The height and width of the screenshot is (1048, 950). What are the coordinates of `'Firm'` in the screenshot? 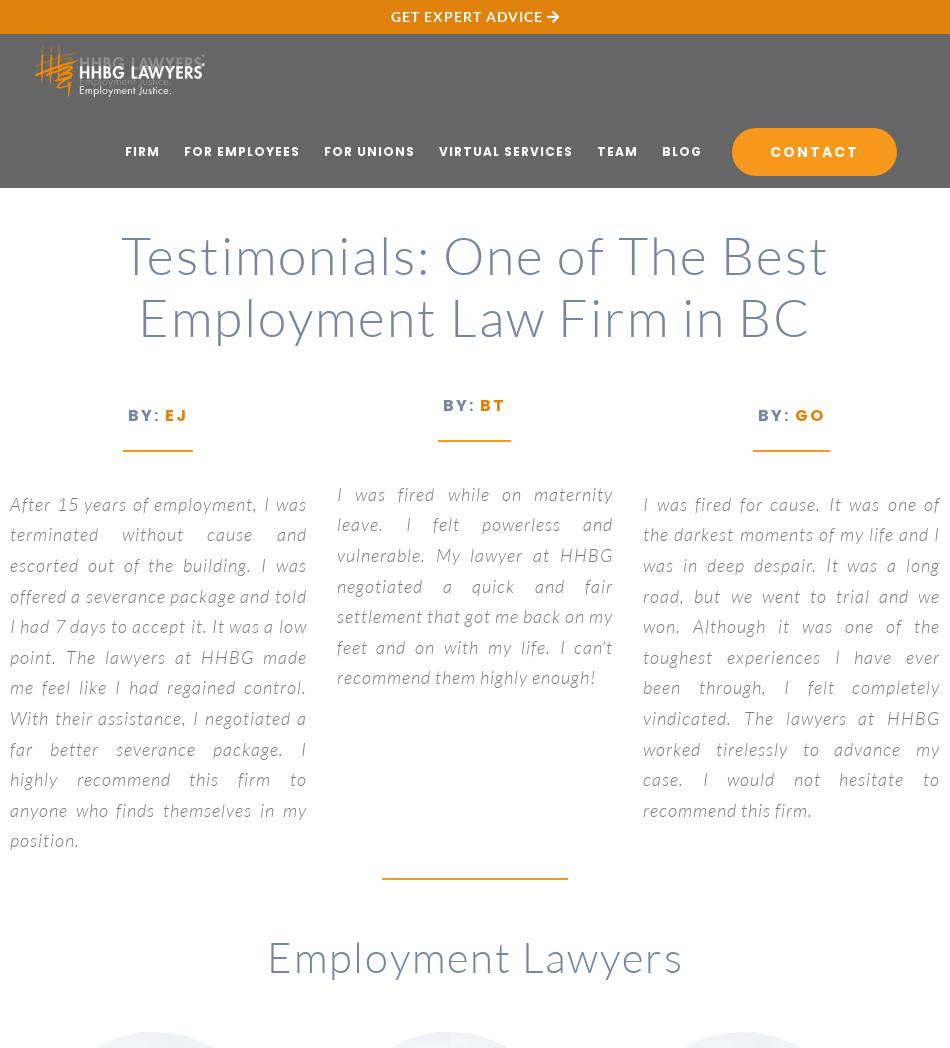 It's located at (142, 150).